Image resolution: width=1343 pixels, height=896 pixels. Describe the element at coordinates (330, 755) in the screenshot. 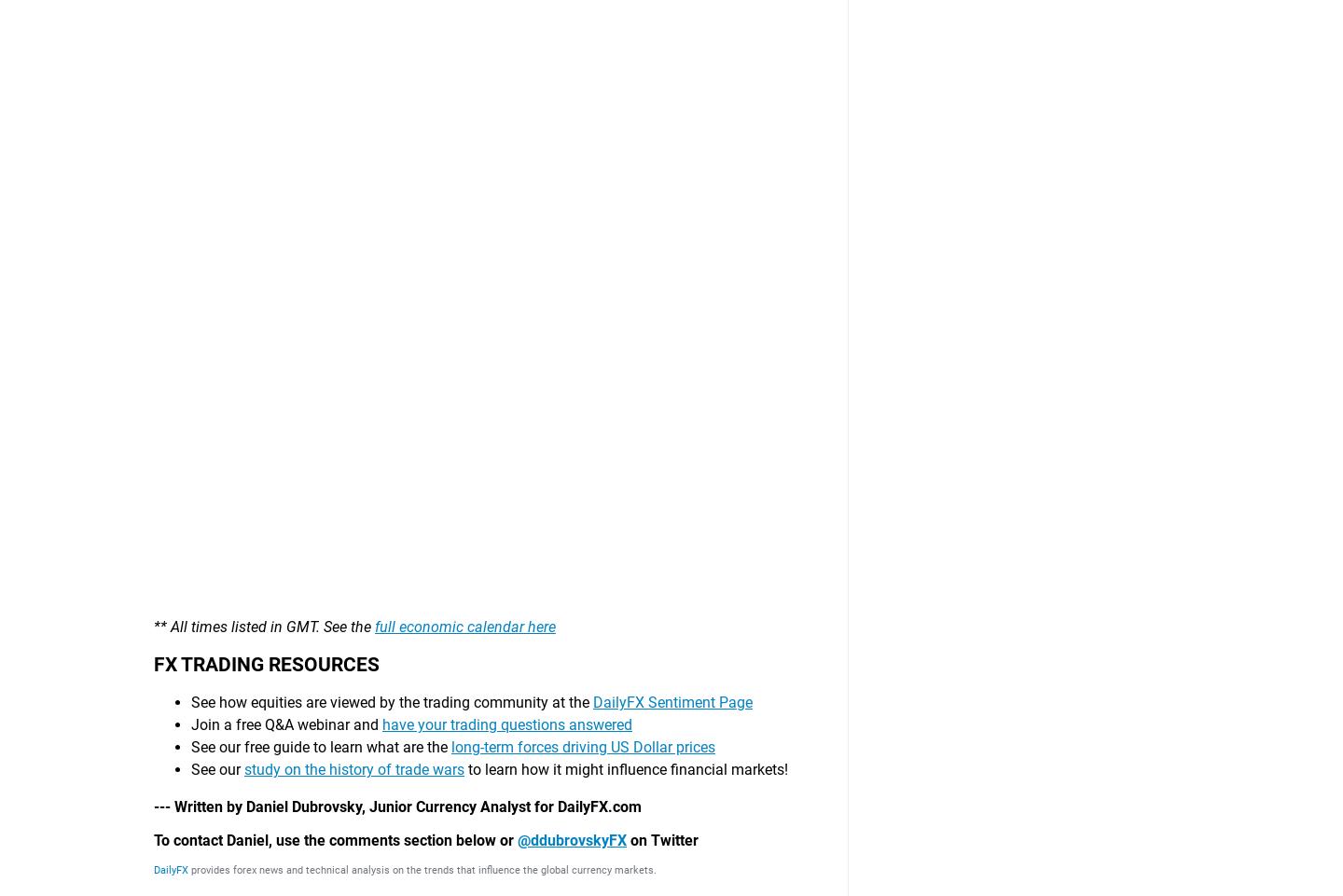

I see `'Market Themes'` at that location.